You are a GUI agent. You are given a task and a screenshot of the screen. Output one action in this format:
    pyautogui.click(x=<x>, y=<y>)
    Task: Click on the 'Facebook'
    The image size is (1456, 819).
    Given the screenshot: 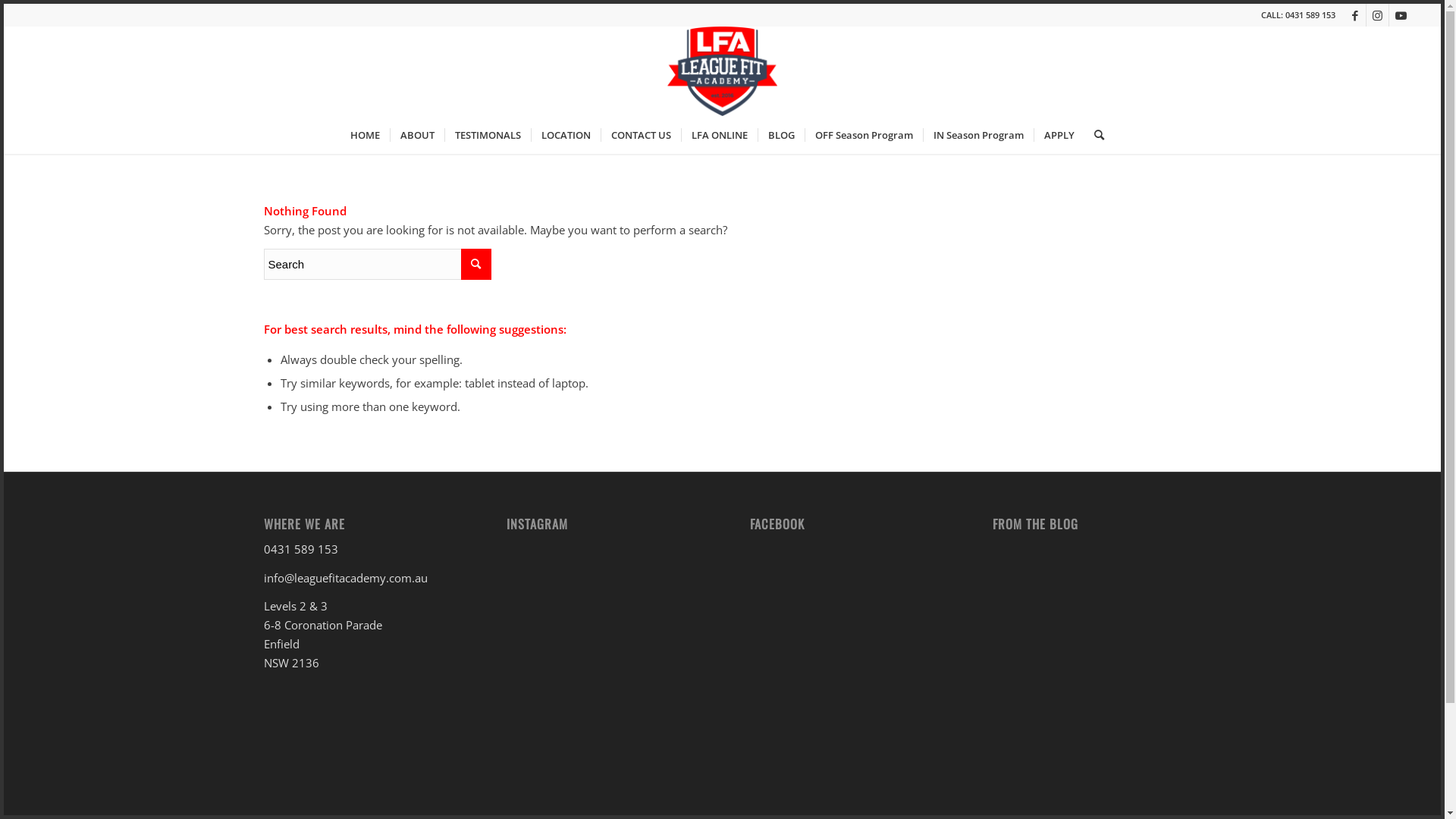 What is the action you would take?
    pyautogui.click(x=1343, y=14)
    